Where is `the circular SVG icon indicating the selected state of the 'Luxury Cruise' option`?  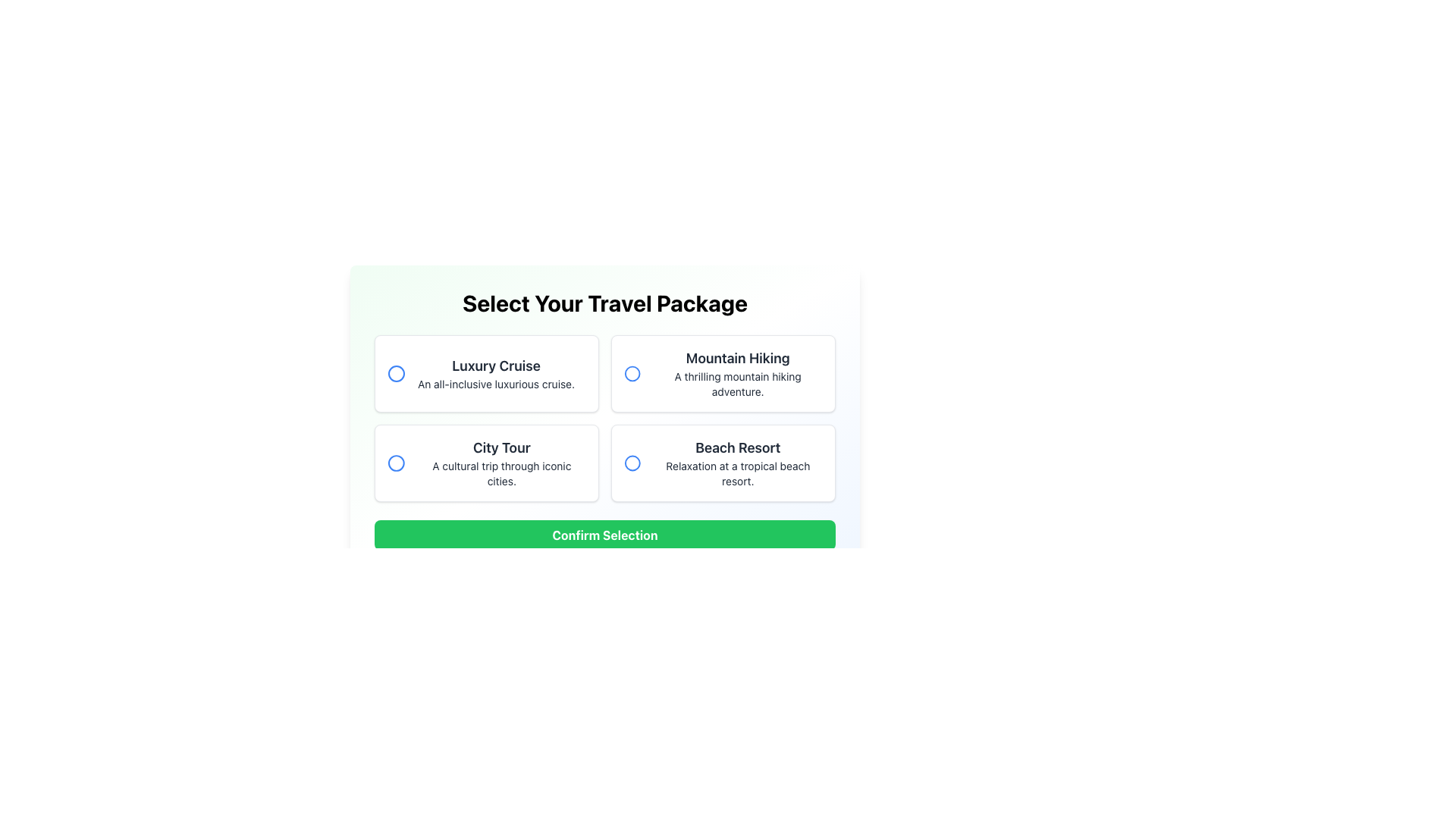
the circular SVG icon indicating the selected state of the 'Luxury Cruise' option is located at coordinates (397, 374).